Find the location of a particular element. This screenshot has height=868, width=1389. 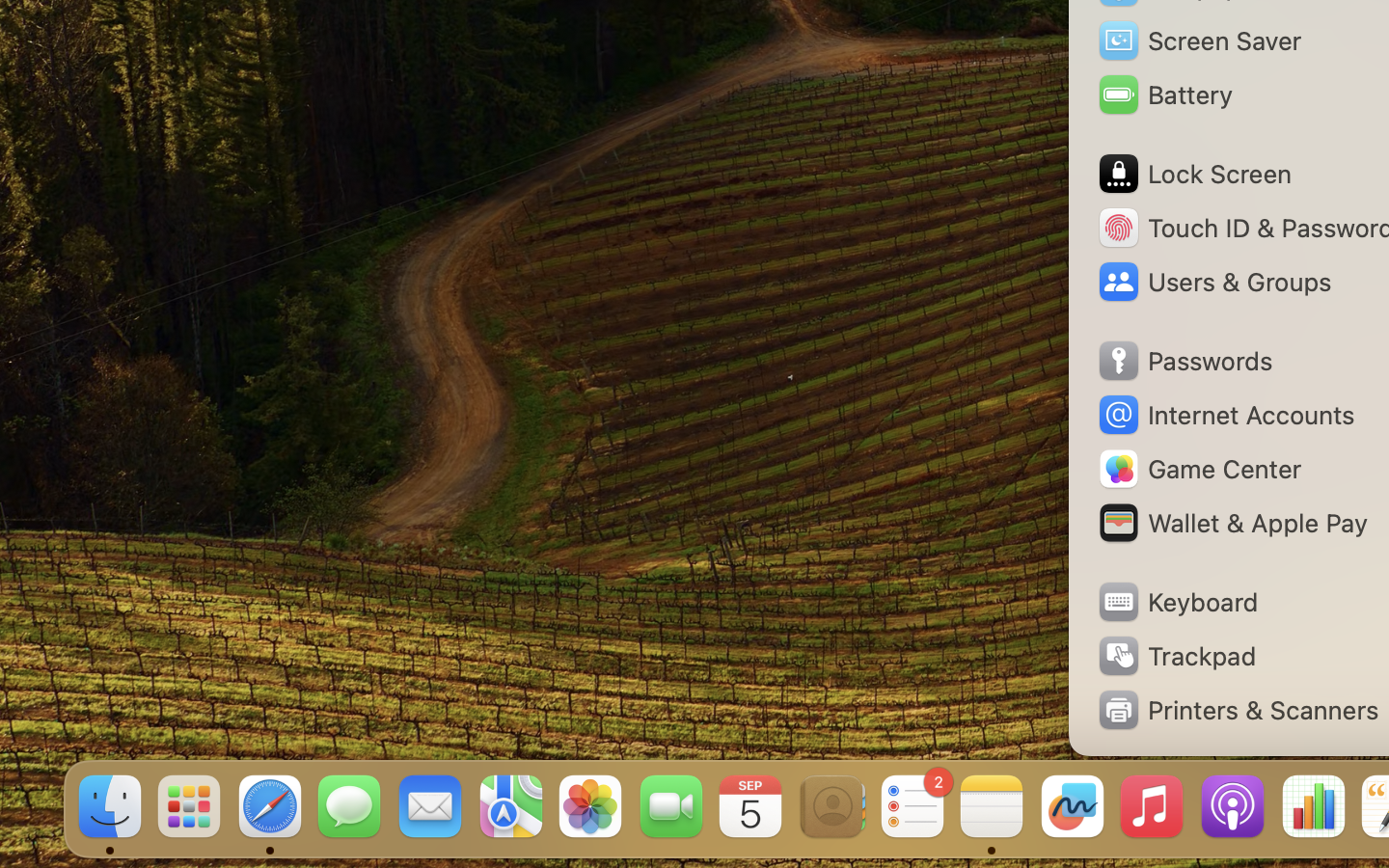

'Screen Saver' is located at coordinates (1198, 40).